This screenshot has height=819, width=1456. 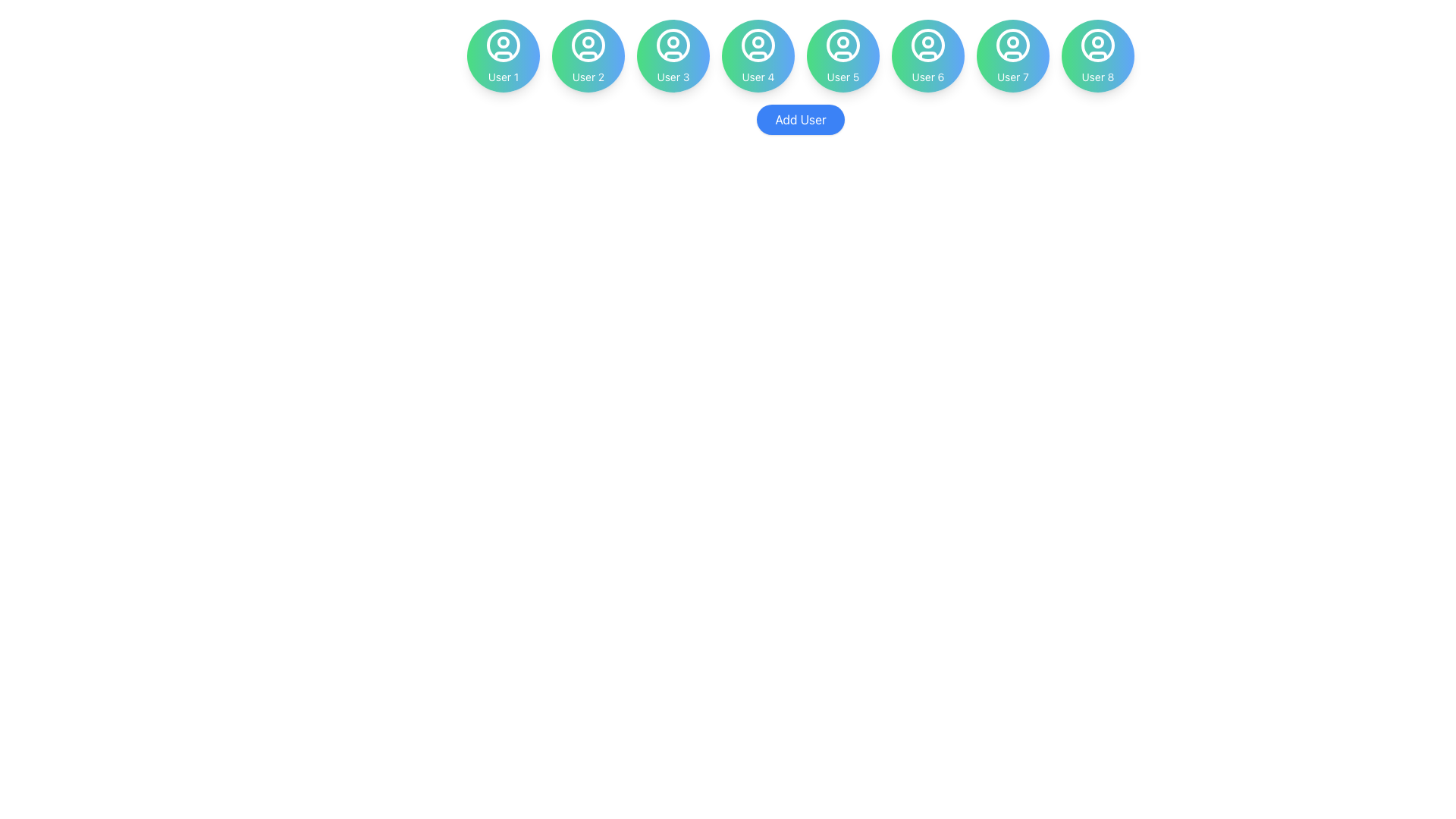 What do you see at coordinates (843, 42) in the screenshot?
I see `the small circle within the user profile icon for 'User 5', located at the top-center of the interface` at bounding box center [843, 42].